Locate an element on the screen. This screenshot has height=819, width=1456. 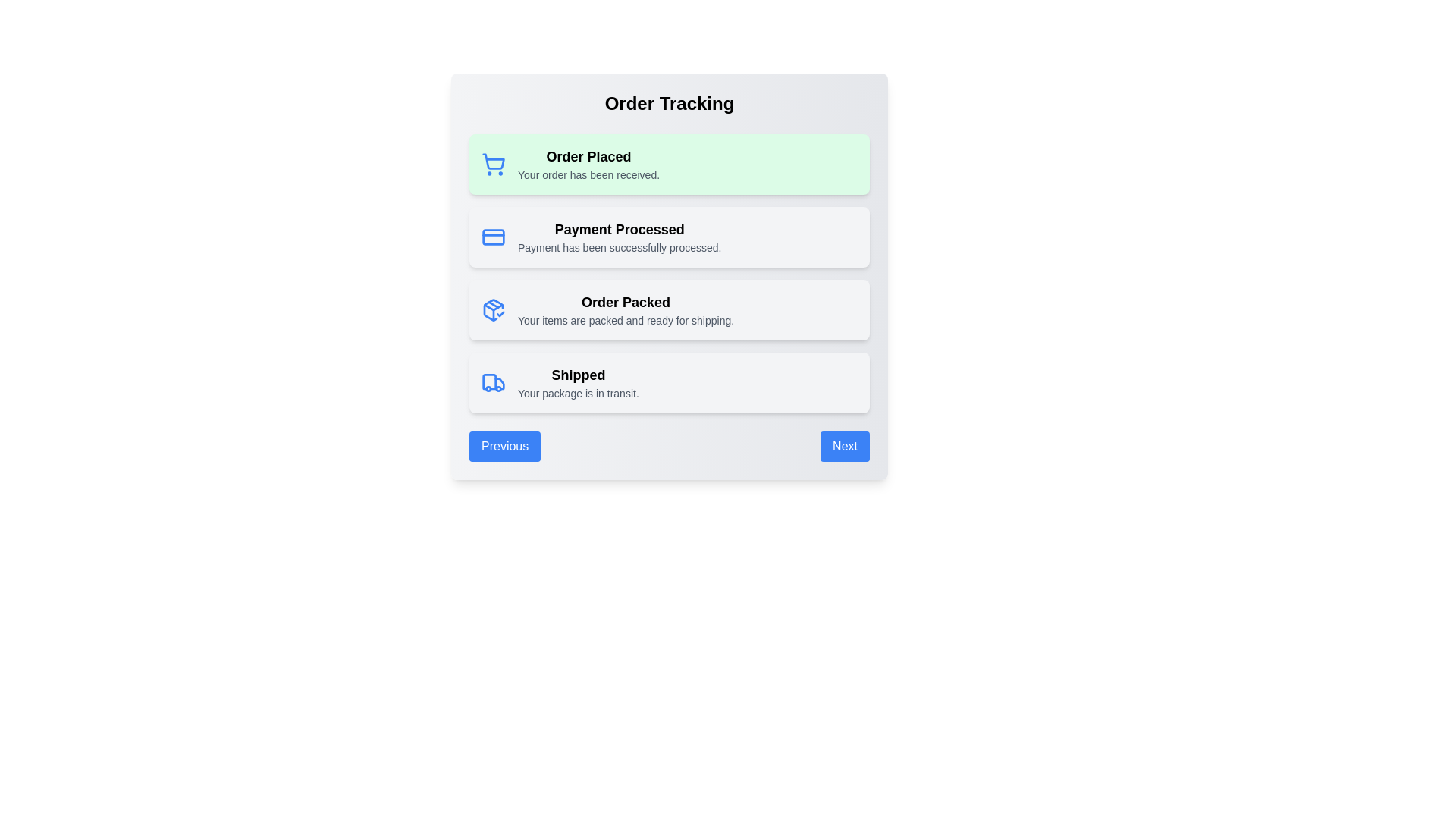
the 'Order Packed' informational card, which is the third card in a vertical sequence within the 'Order Tracking' interface, located between the 'Payment Processed' and 'Shipped' cards is located at coordinates (669, 277).